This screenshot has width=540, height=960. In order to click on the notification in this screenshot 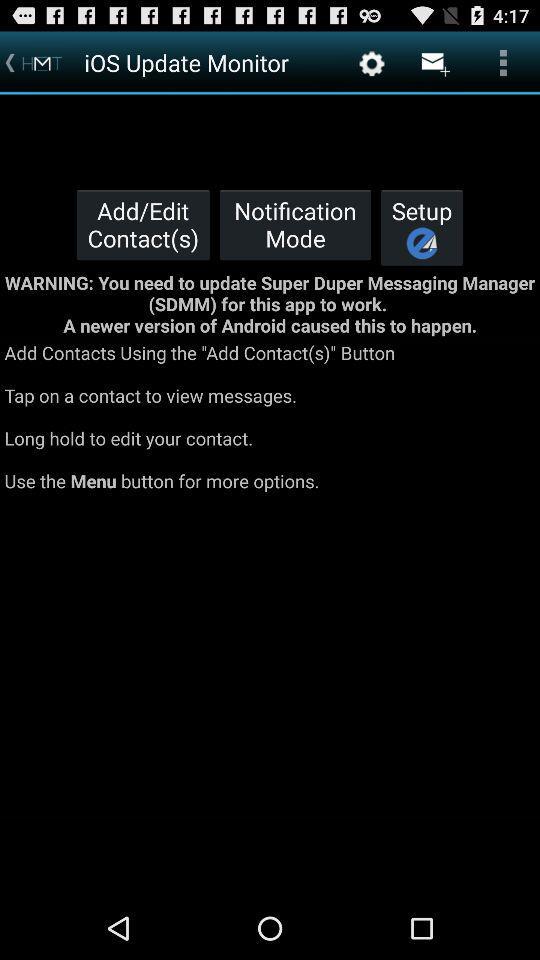, I will do `click(294, 224)`.